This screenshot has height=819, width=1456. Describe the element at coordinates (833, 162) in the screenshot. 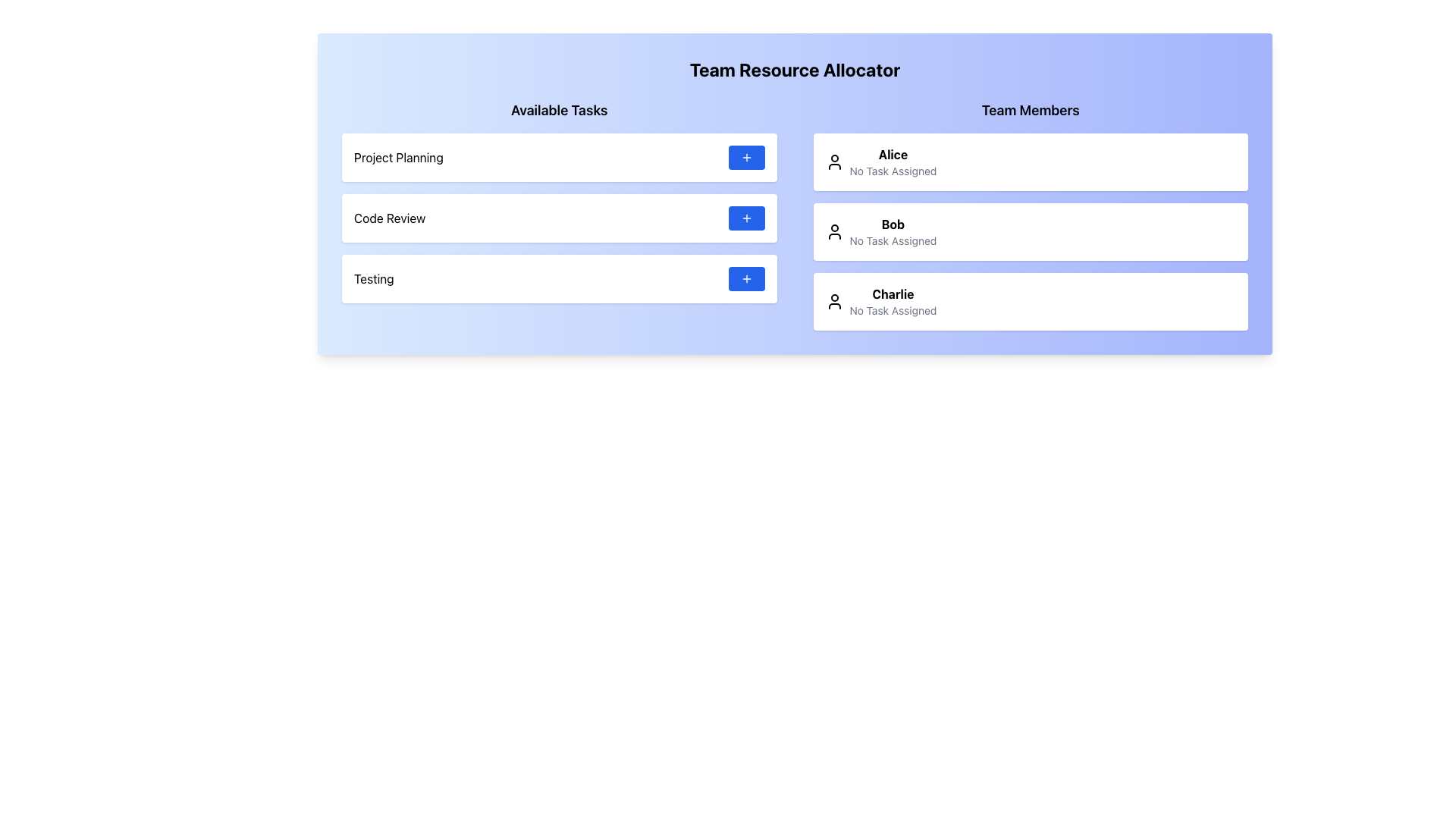

I see `the user avatar icon representing Alice in the 'Team Members' section, which is located at the top-left corner of her details including 'No Task Assigned'` at that location.